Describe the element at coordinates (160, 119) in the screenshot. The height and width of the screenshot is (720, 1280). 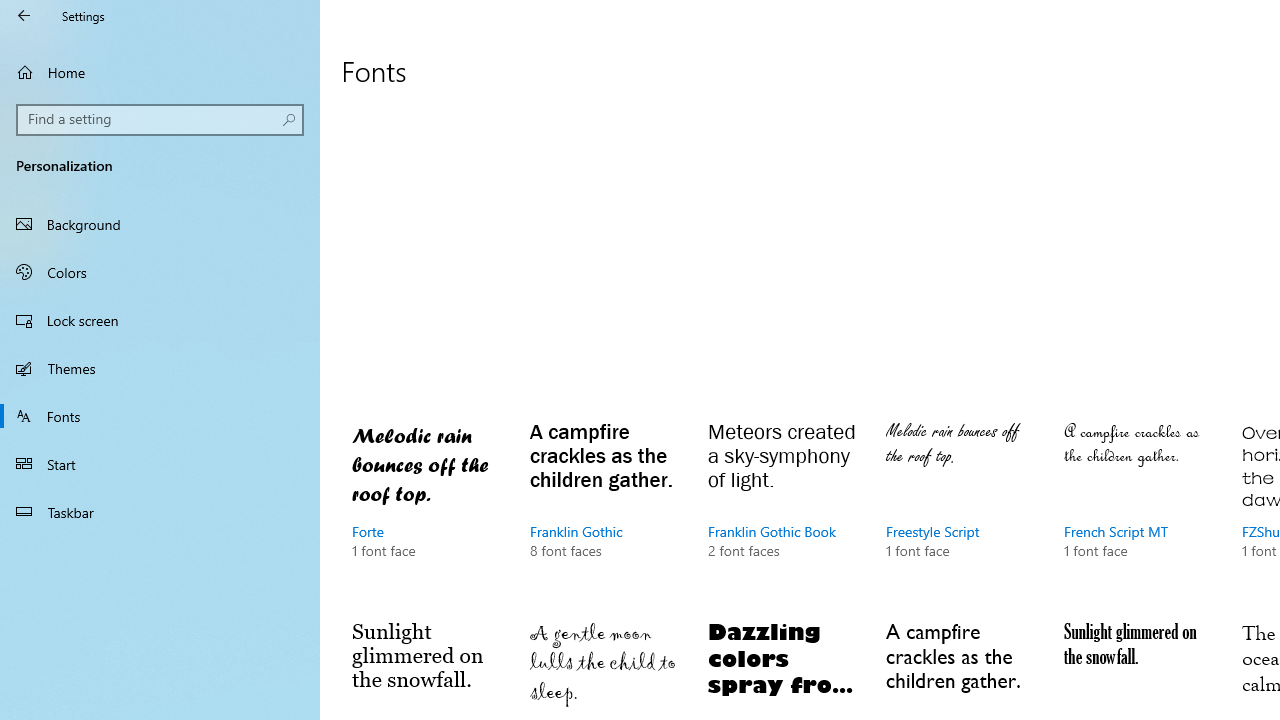
I see `'Search box, Find a setting'` at that location.